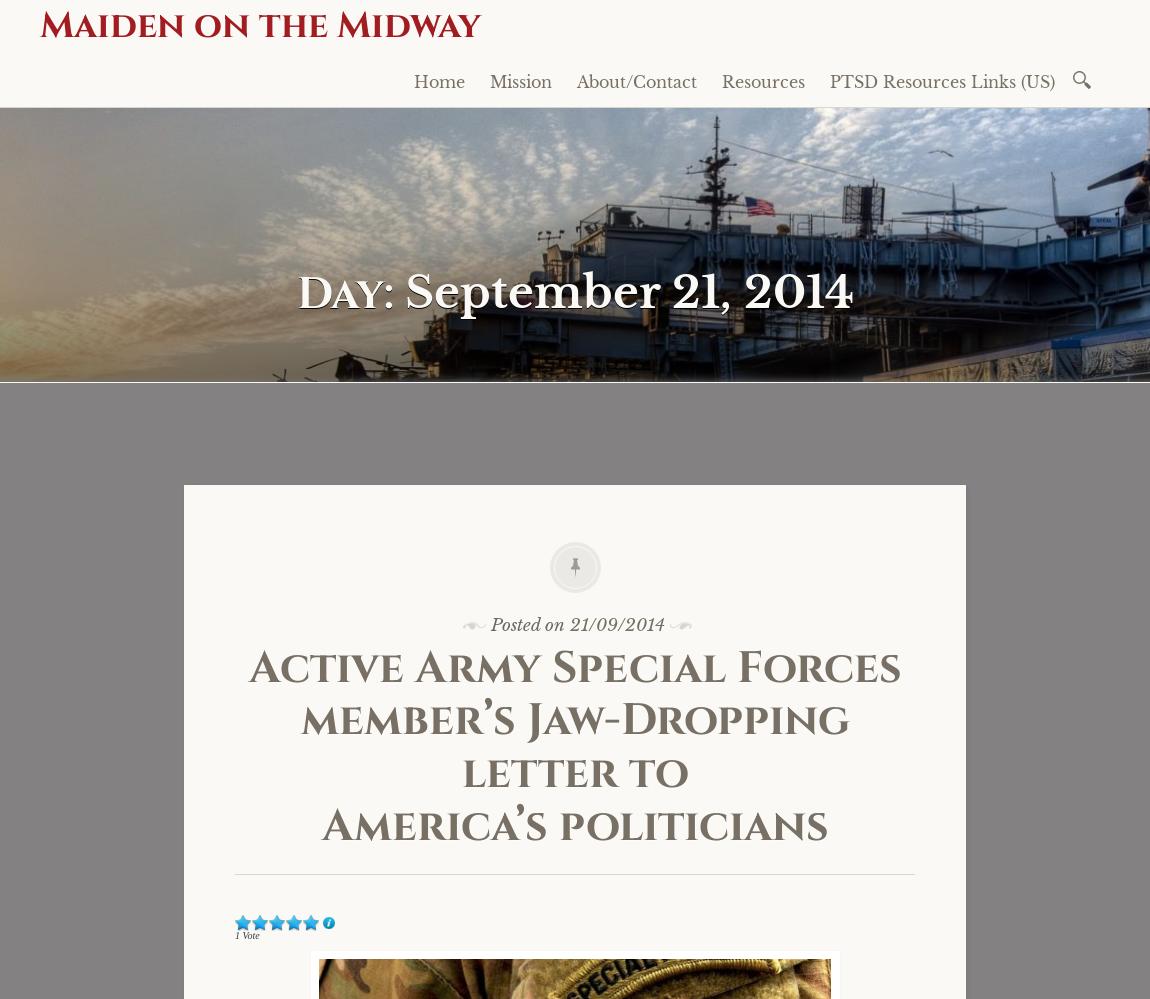  Describe the element at coordinates (574, 745) in the screenshot. I see `'Active Army Special Forces member’s Jaw-Dropping letter to America’s politicians'` at that location.